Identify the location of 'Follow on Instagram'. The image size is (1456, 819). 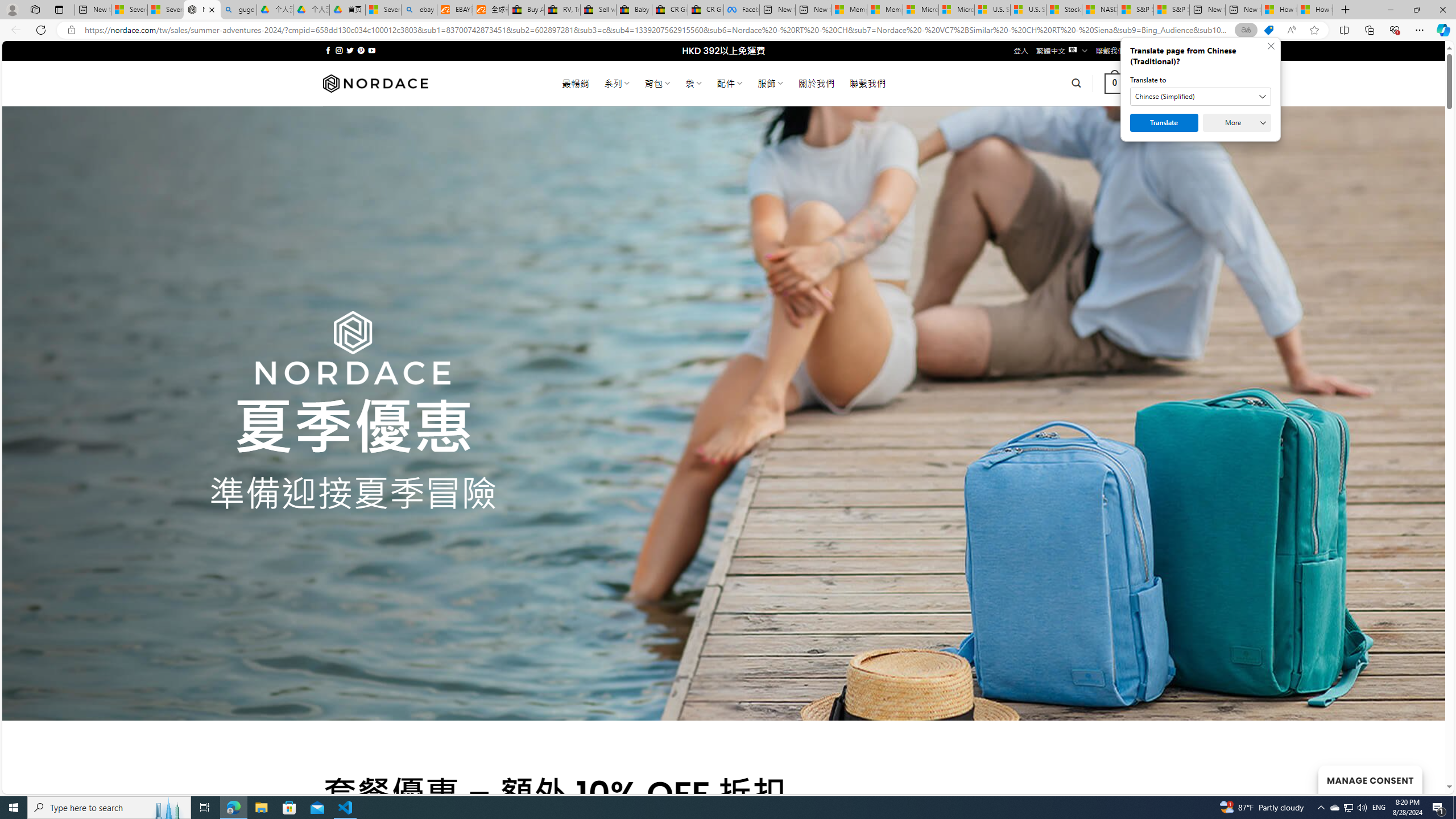
(338, 50).